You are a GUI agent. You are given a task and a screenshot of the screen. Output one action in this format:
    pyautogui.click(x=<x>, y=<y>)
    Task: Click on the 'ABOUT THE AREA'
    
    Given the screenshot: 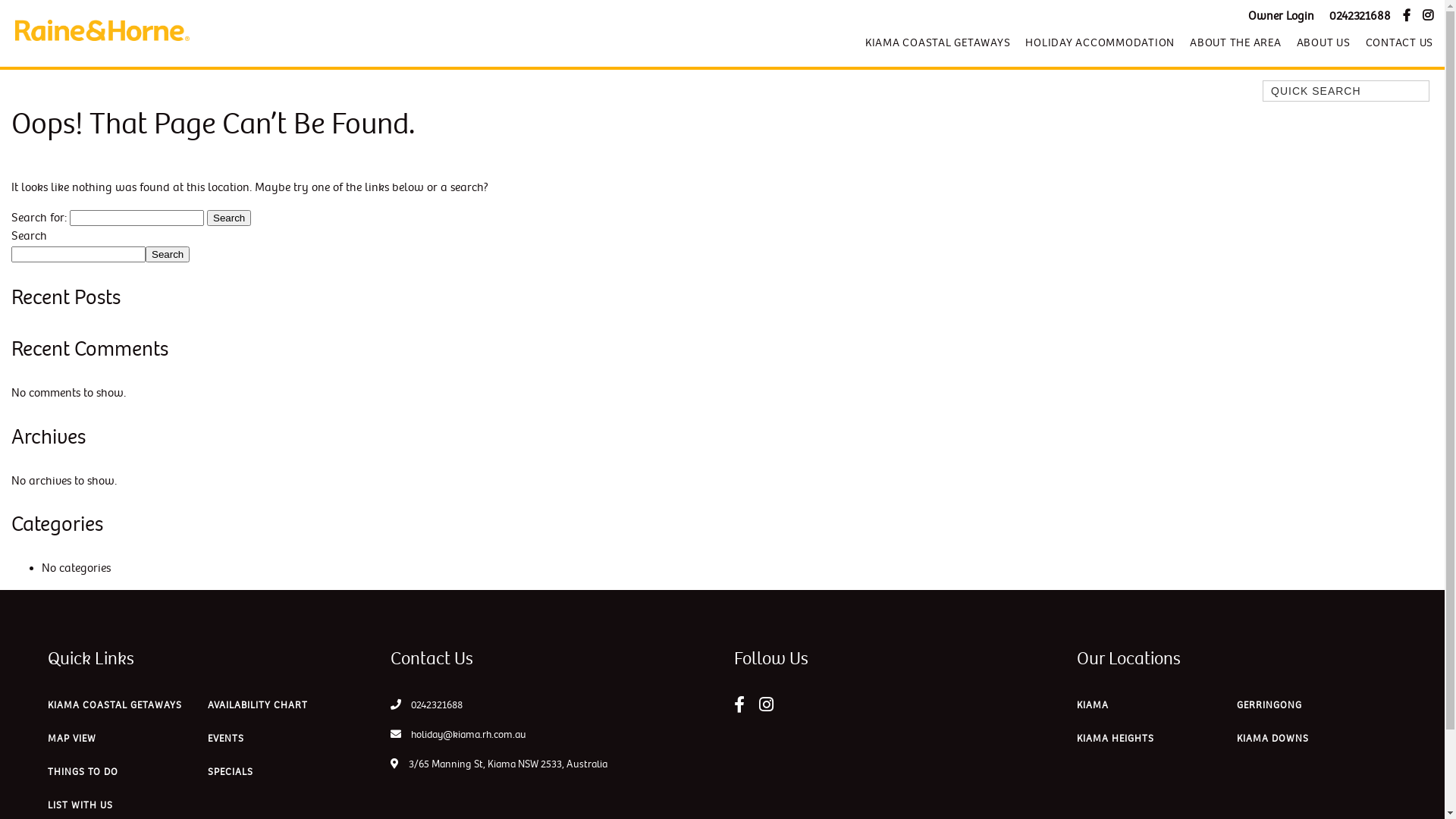 What is the action you would take?
    pyautogui.click(x=1235, y=42)
    